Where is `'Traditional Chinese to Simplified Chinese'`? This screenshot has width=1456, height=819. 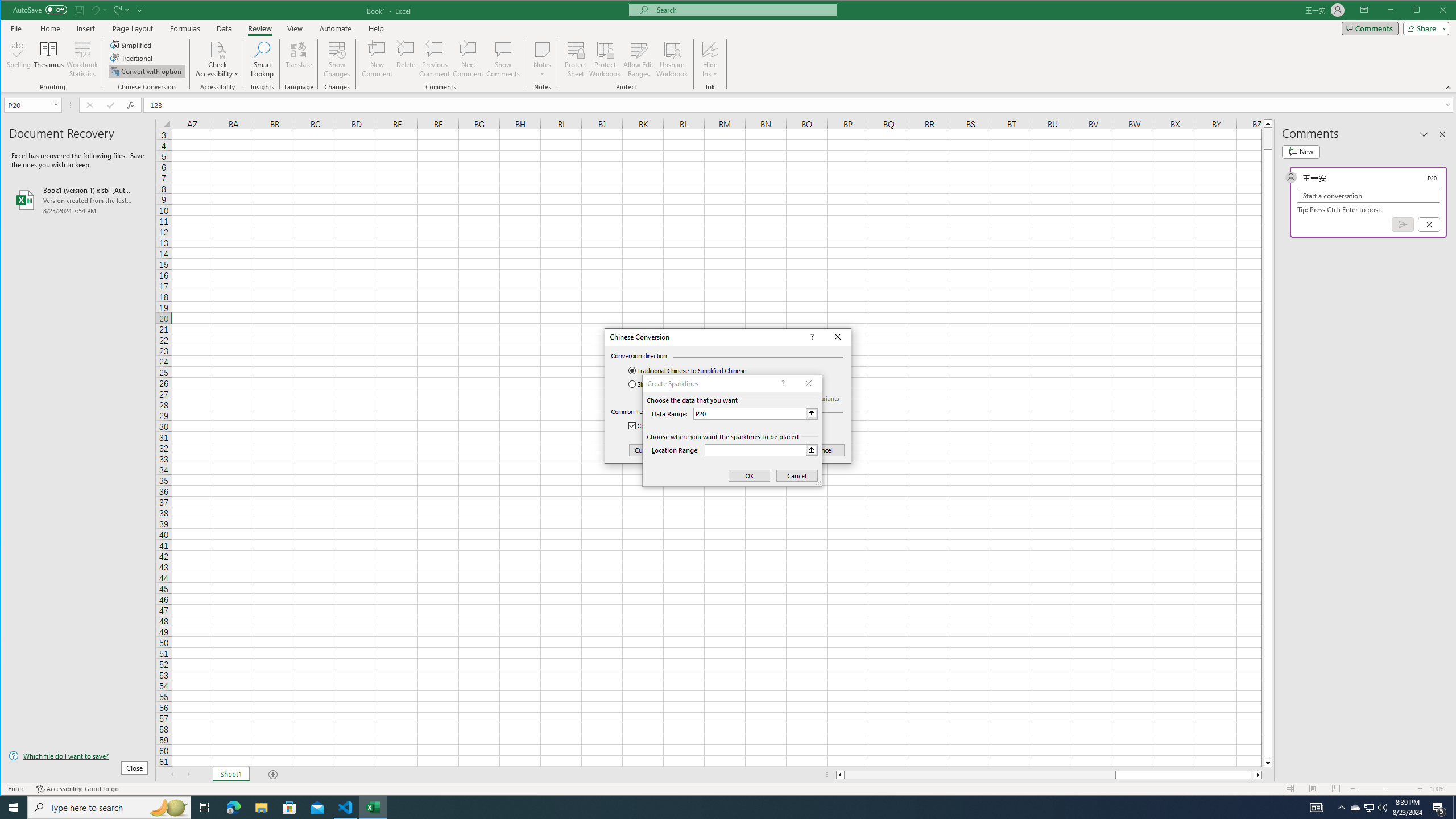 'Traditional Chinese to Simplified Chinese' is located at coordinates (696, 370).